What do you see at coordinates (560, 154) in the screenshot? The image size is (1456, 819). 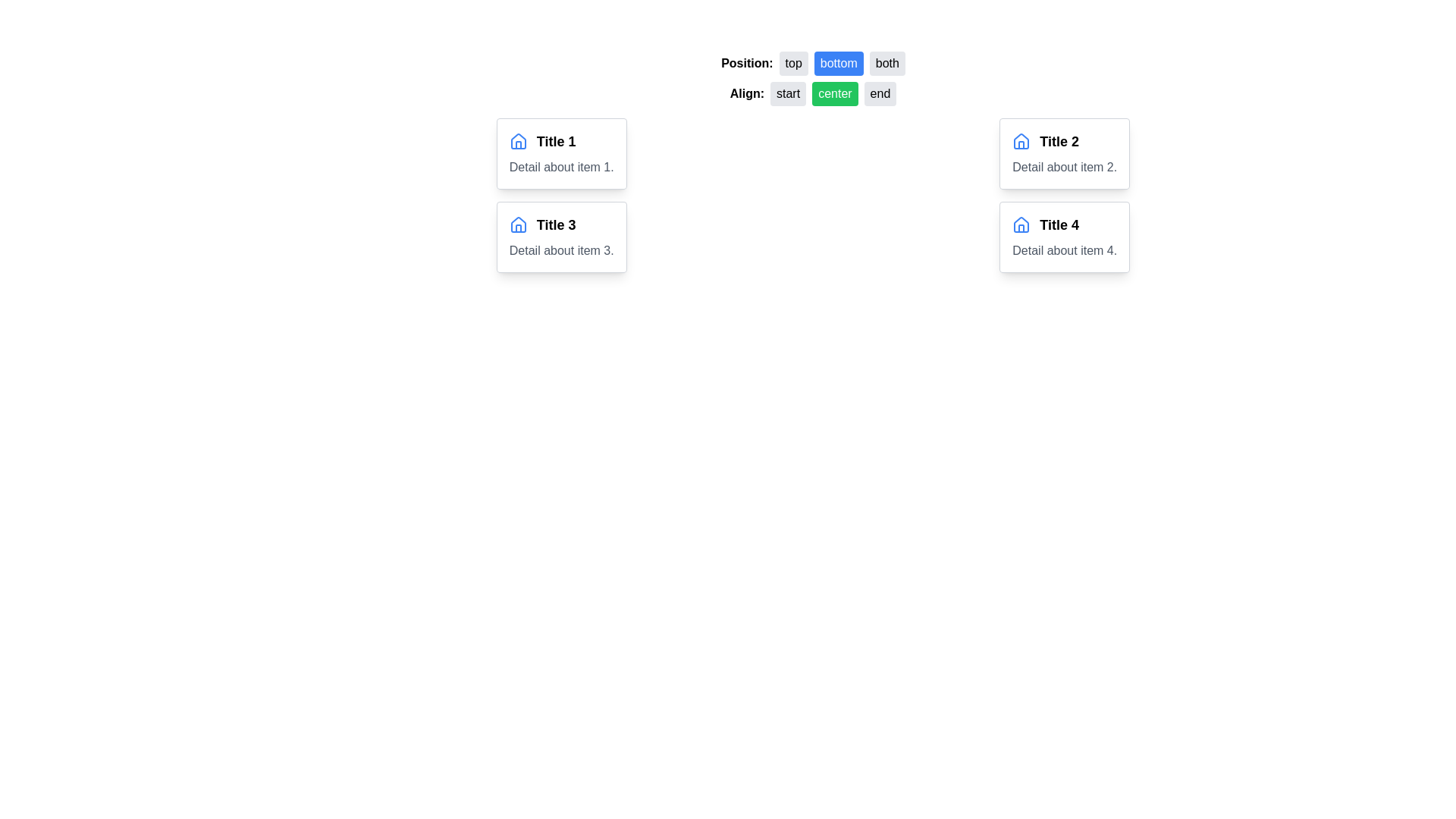 I see `the Information card displaying 'Title 1' with a house icon in the top left corner` at bounding box center [560, 154].